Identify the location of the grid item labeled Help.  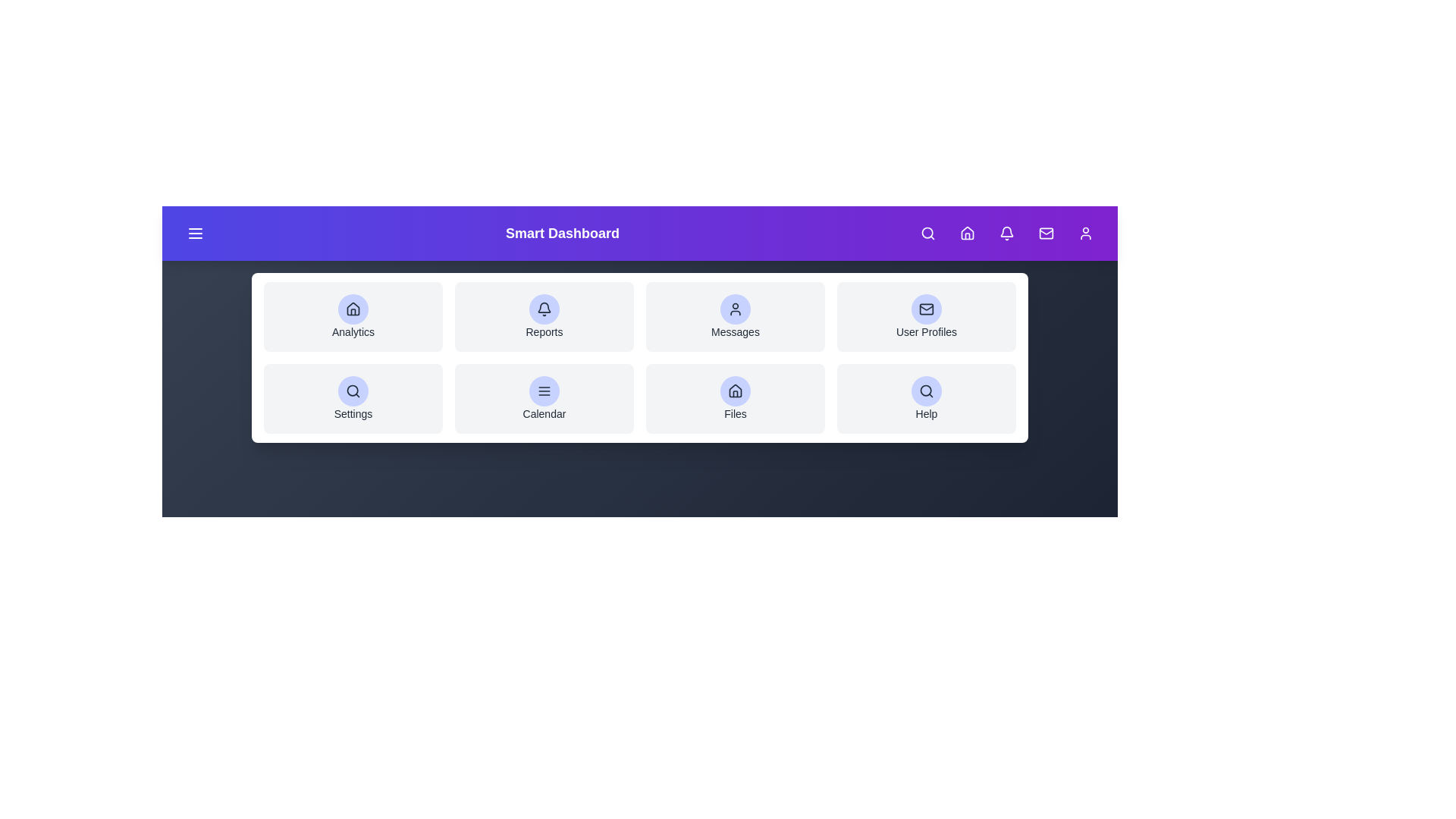
(926, 397).